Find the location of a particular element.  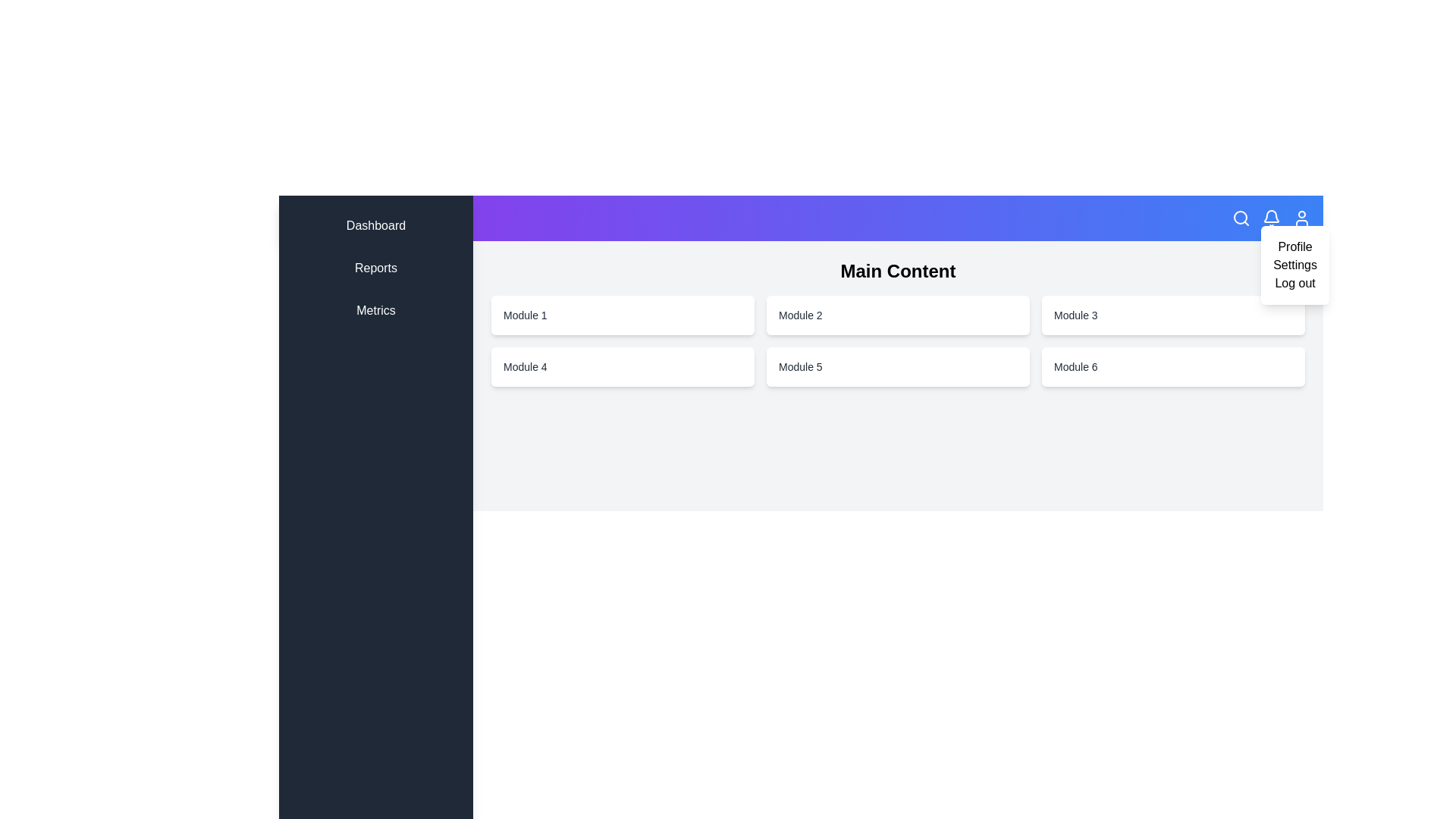

the button for 'Module 2' is located at coordinates (898, 315).